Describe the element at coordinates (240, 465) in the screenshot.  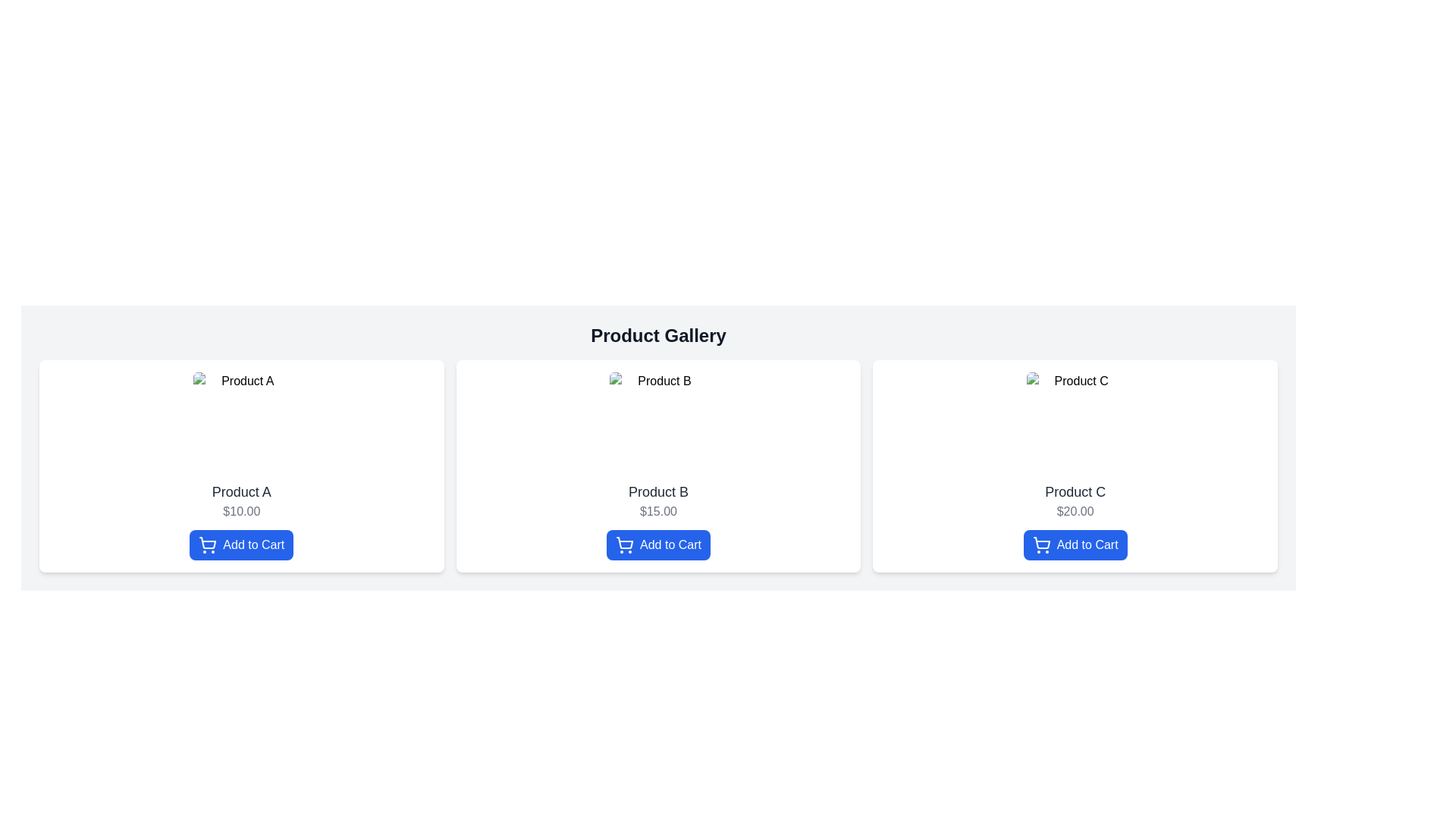
I see `image placeholder for 'Product A' located in the top-left corner of the product card grid` at that location.